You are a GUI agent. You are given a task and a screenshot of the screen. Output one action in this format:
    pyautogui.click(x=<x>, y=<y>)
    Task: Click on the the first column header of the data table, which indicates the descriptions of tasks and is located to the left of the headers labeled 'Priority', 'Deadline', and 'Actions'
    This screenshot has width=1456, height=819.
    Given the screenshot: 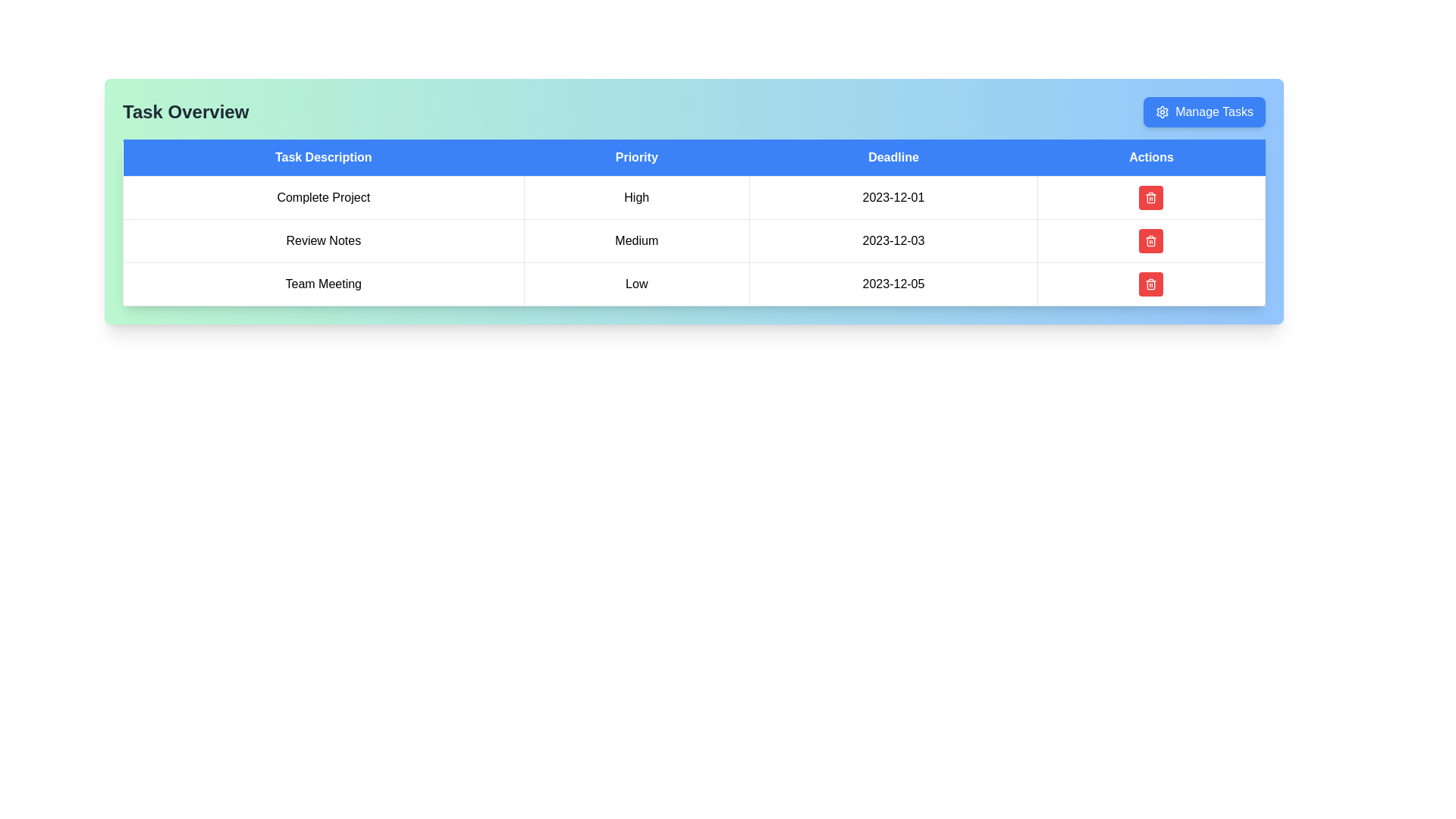 What is the action you would take?
    pyautogui.click(x=322, y=158)
    